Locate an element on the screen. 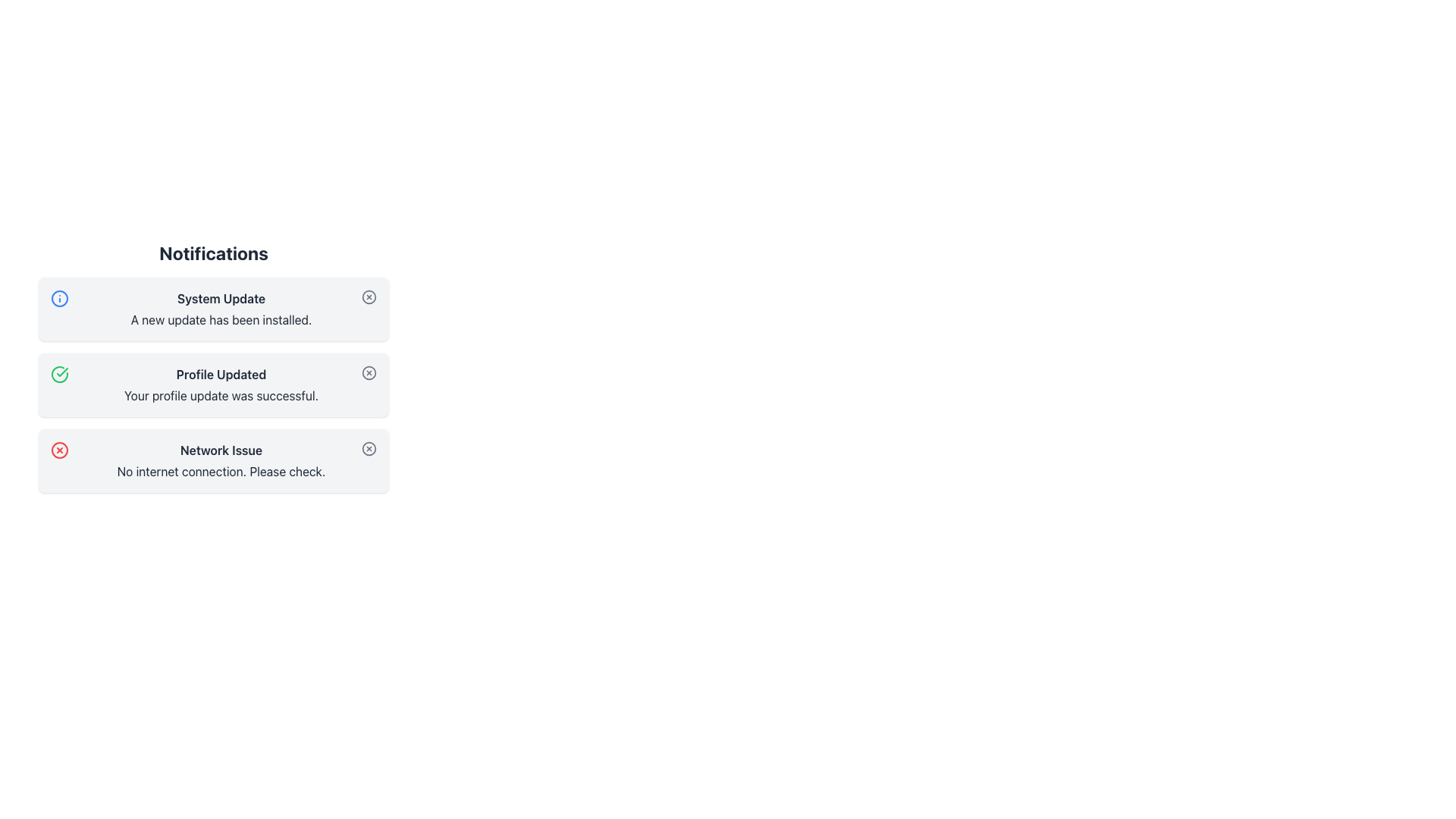 The image size is (1456, 819). the Notification card that informs the user about system updates, which is the first item in the vertical list of notifications is located at coordinates (213, 309).